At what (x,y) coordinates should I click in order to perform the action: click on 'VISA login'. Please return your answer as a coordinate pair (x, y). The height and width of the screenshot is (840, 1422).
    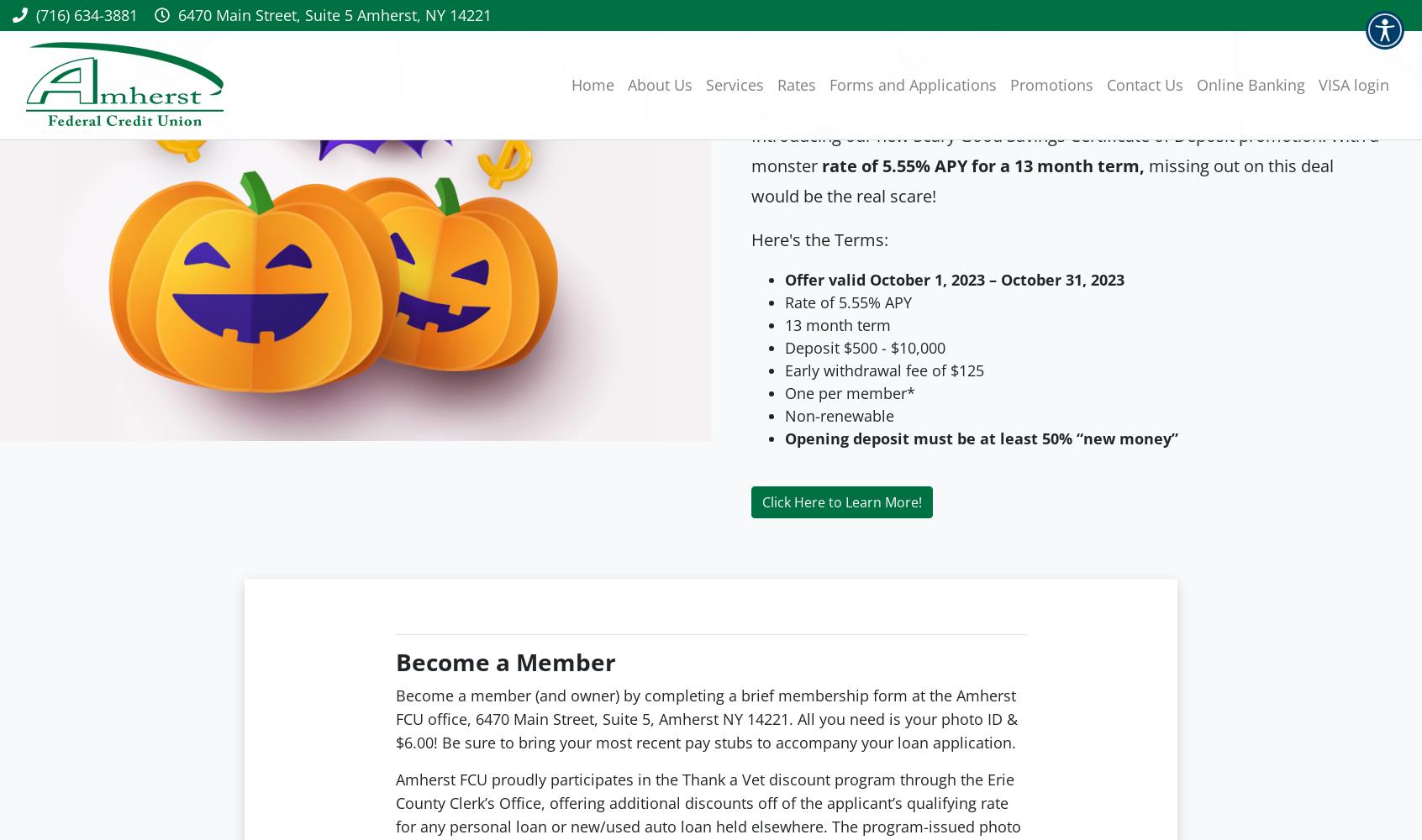
    Looking at the image, I should click on (1352, 84).